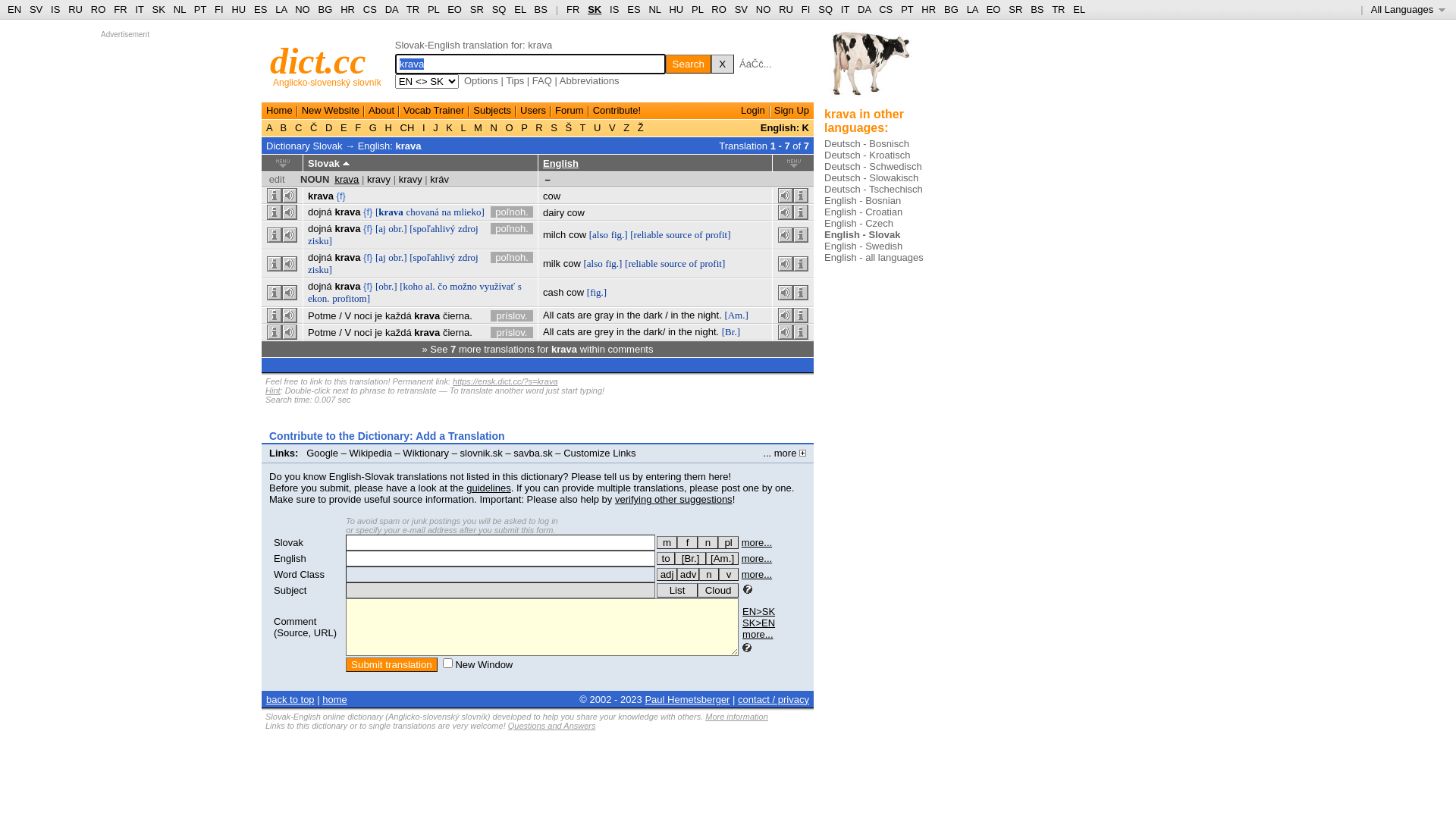  Describe the element at coordinates (864, 9) in the screenshot. I see `'DA'` at that location.